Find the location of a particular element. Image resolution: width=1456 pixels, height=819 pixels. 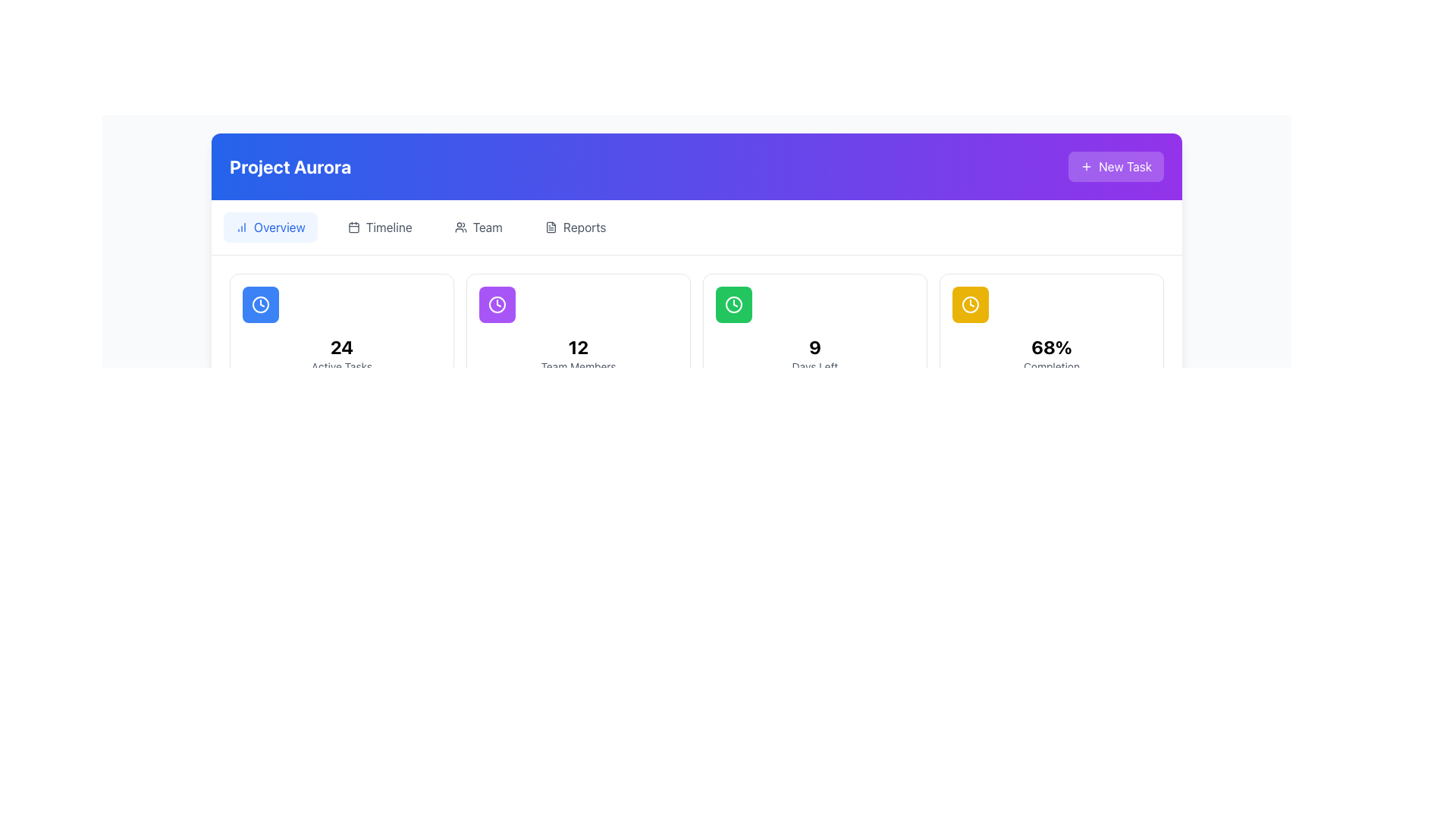

the icon located at the top-left corner of the card displaying '24 Active Tasks', positioned above the numerical value '24' is located at coordinates (261, 304).